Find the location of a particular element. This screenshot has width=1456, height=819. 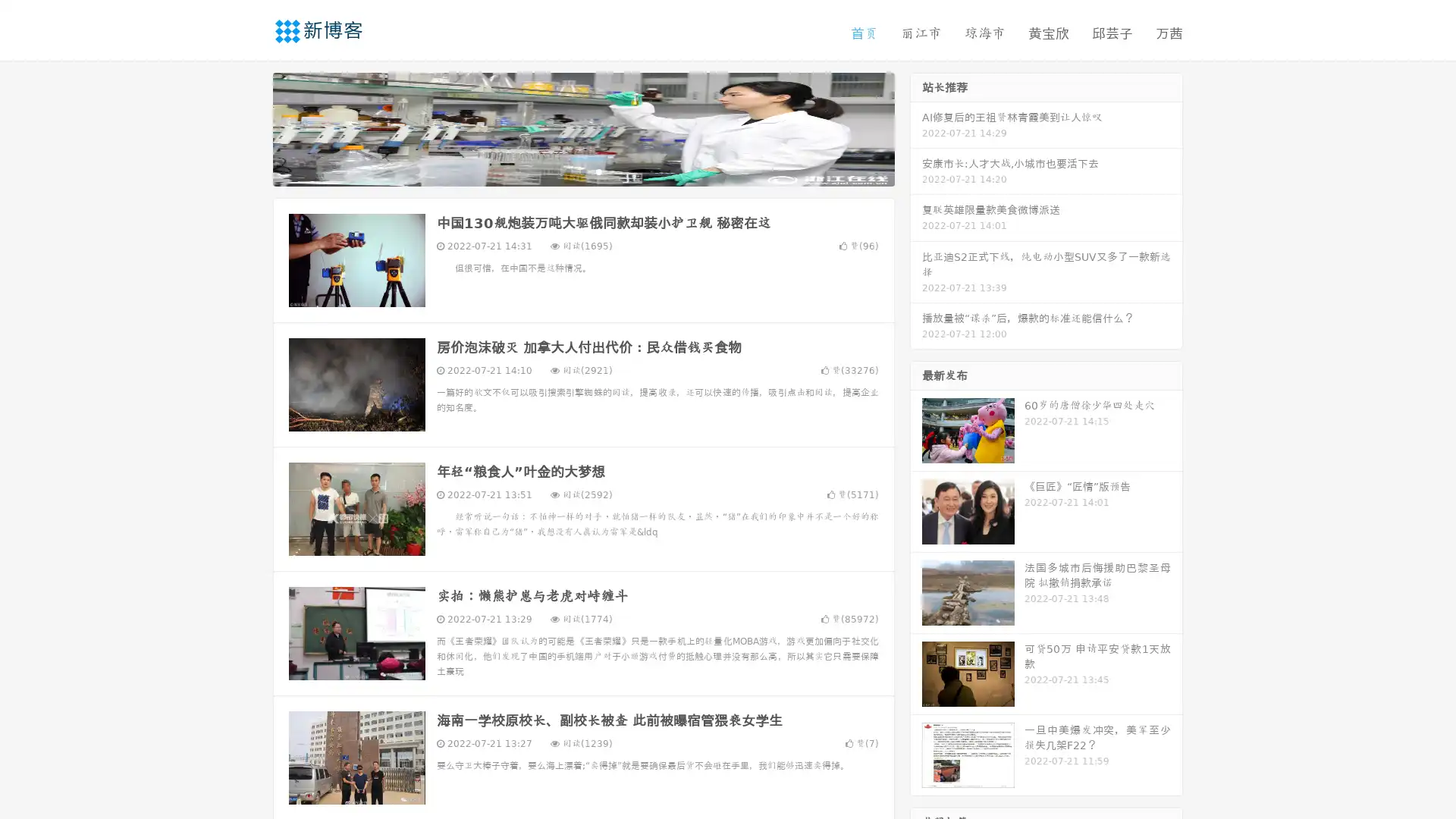

Go to slide 3 is located at coordinates (598, 171).